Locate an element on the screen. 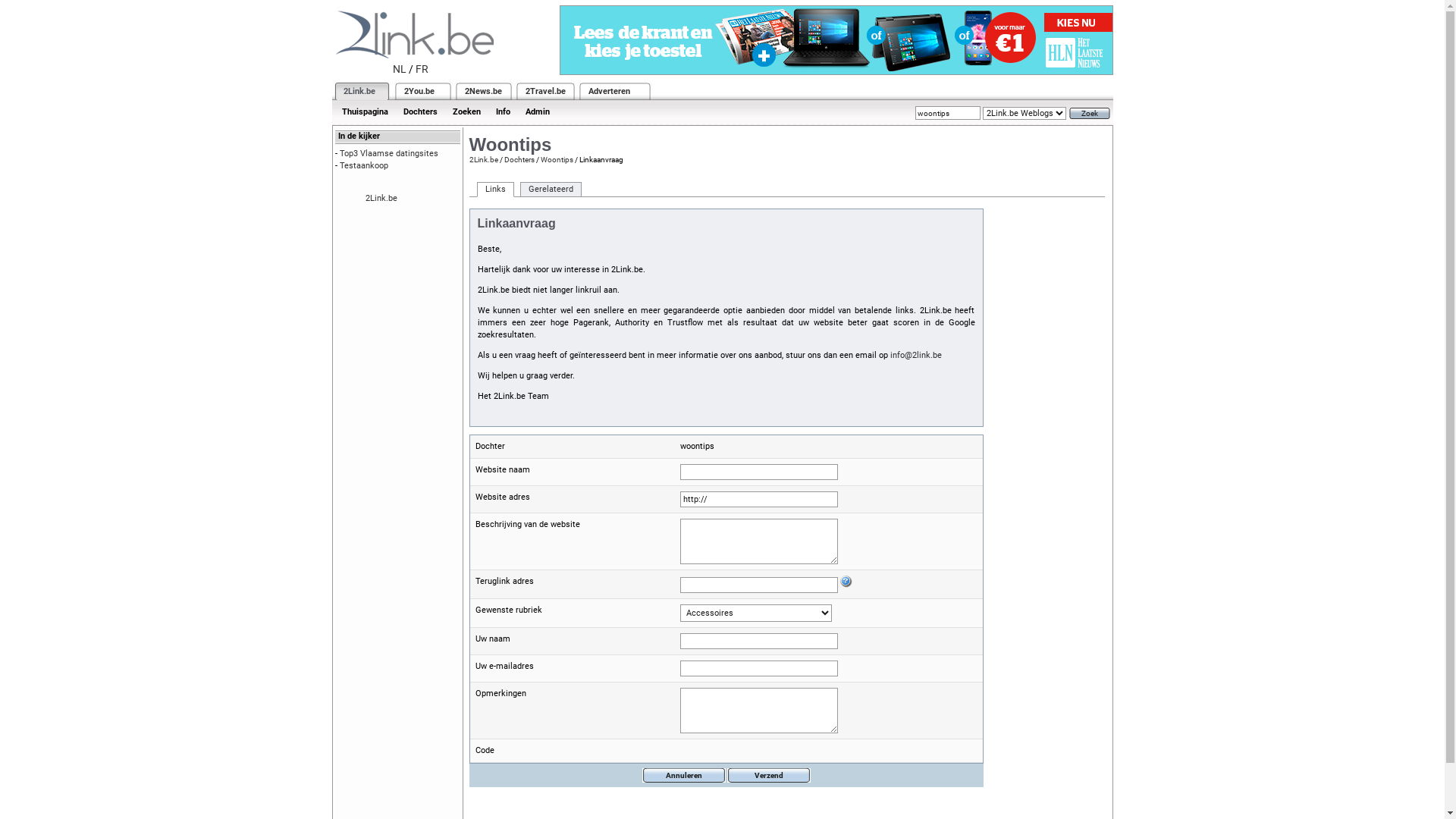 The image size is (1456, 819). '2News.be' is located at coordinates (482, 91).